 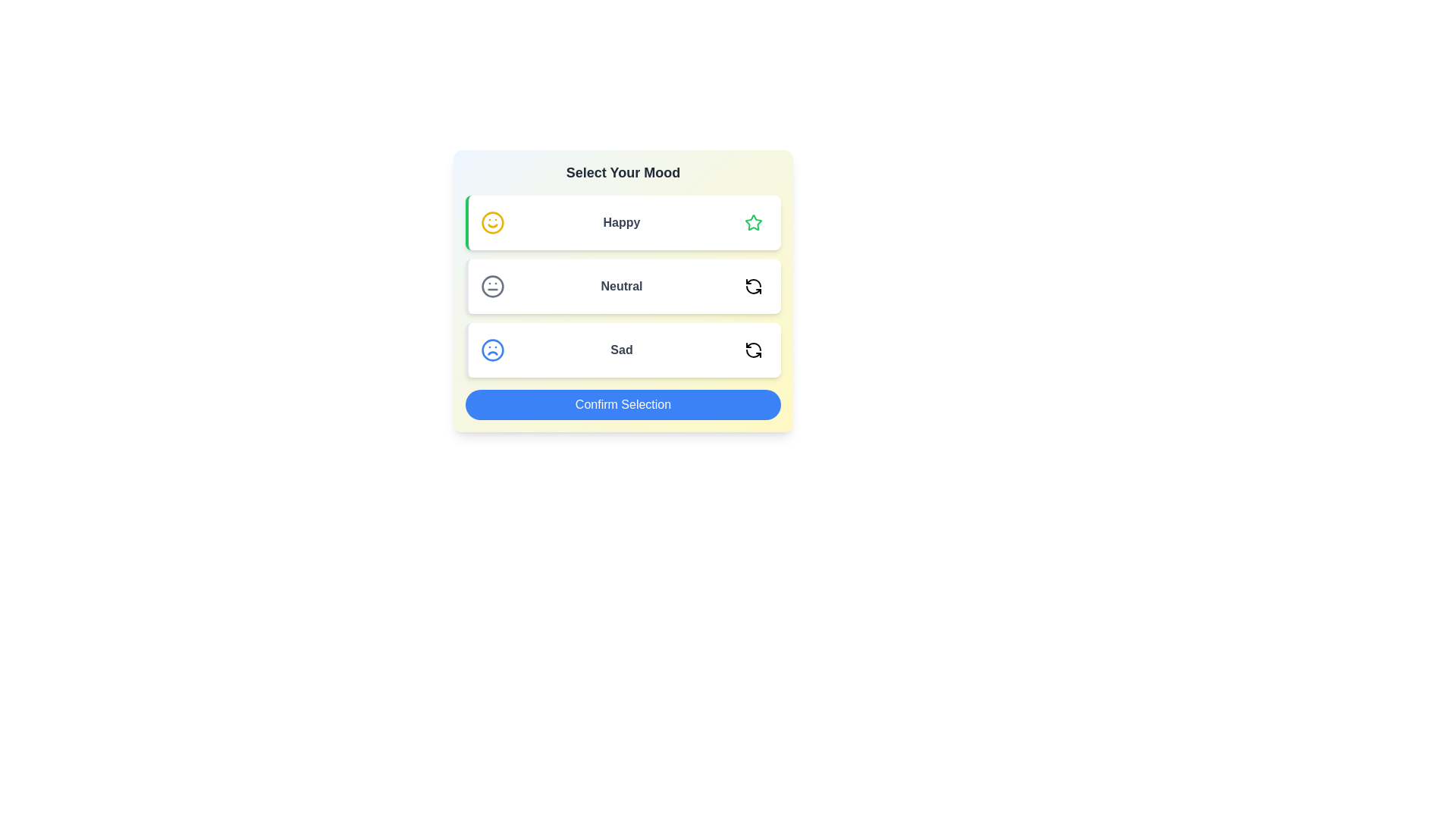 I want to click on the emoji corresponding to Neutral, so click(x=753, y=287).